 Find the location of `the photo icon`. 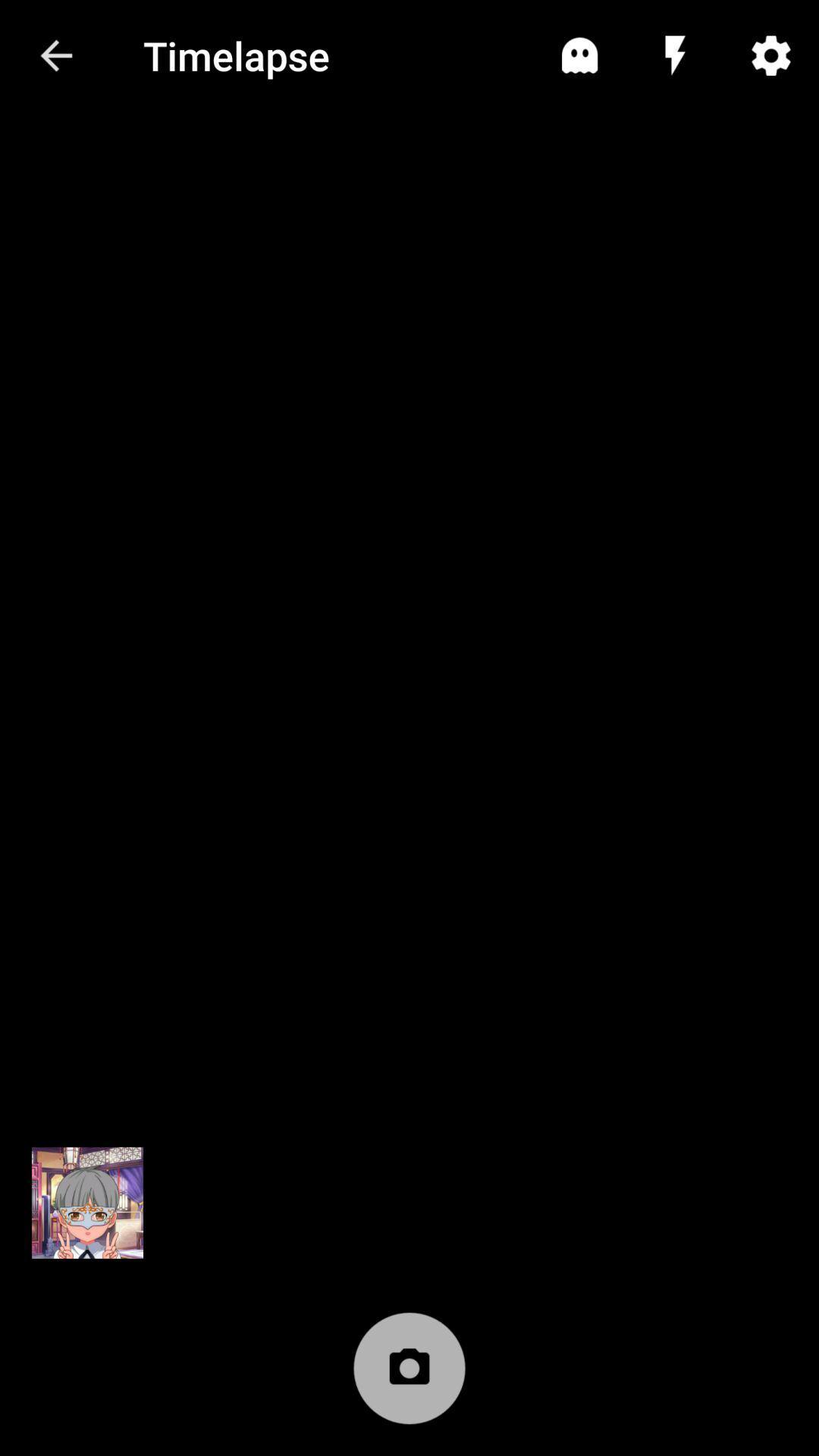

the photo icon is located at coordinates (409, 1376).